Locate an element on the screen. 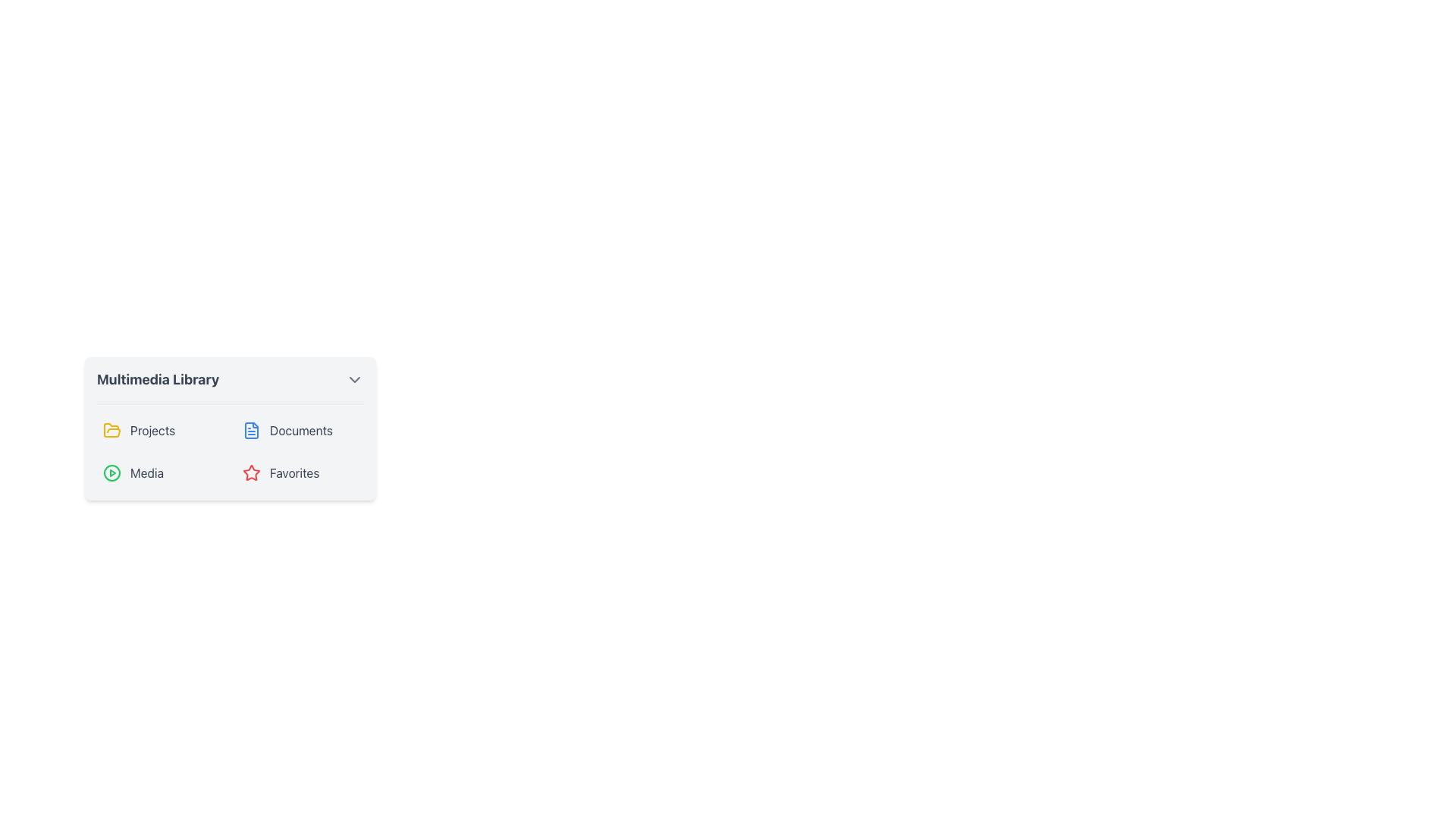 The height and width of the screenshot is (819, 1456). the 'Documents' button, which features a blue document icon and gray text is located at coordinates (300, 430).